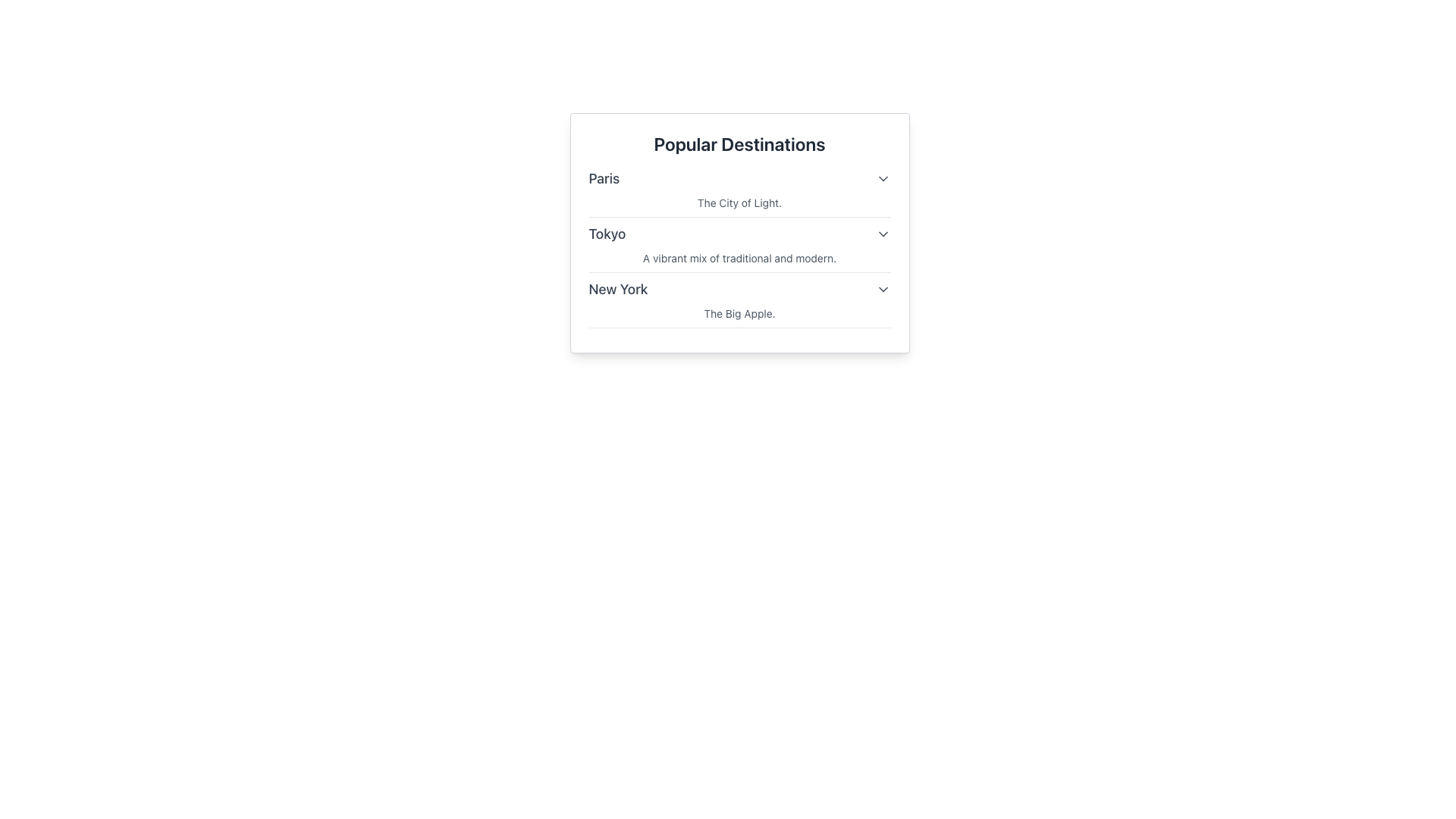 The height and width of the screenshot is (819, 1456). Describe the element at coordinates (883, 177) in the screenshot. I see `the chevron-down icon located to the right of the text 'Paris'` at that location.